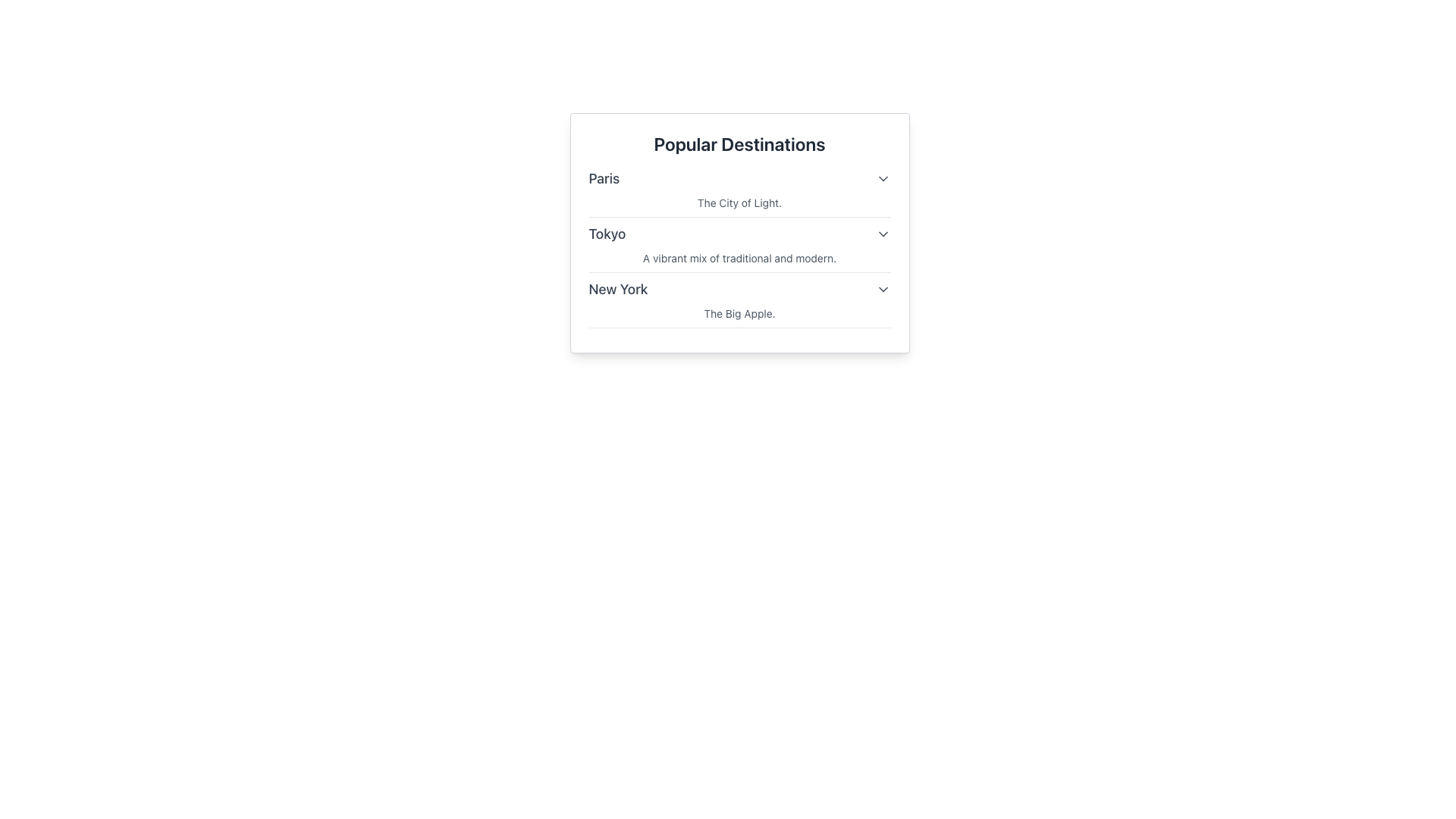 The height and width of the screenshot is (819, 1456). Describe the element at coordinates (883, 177) in the screenshot. I see `the chevron-down icon located to the right of the text 'Paris'` at that location.